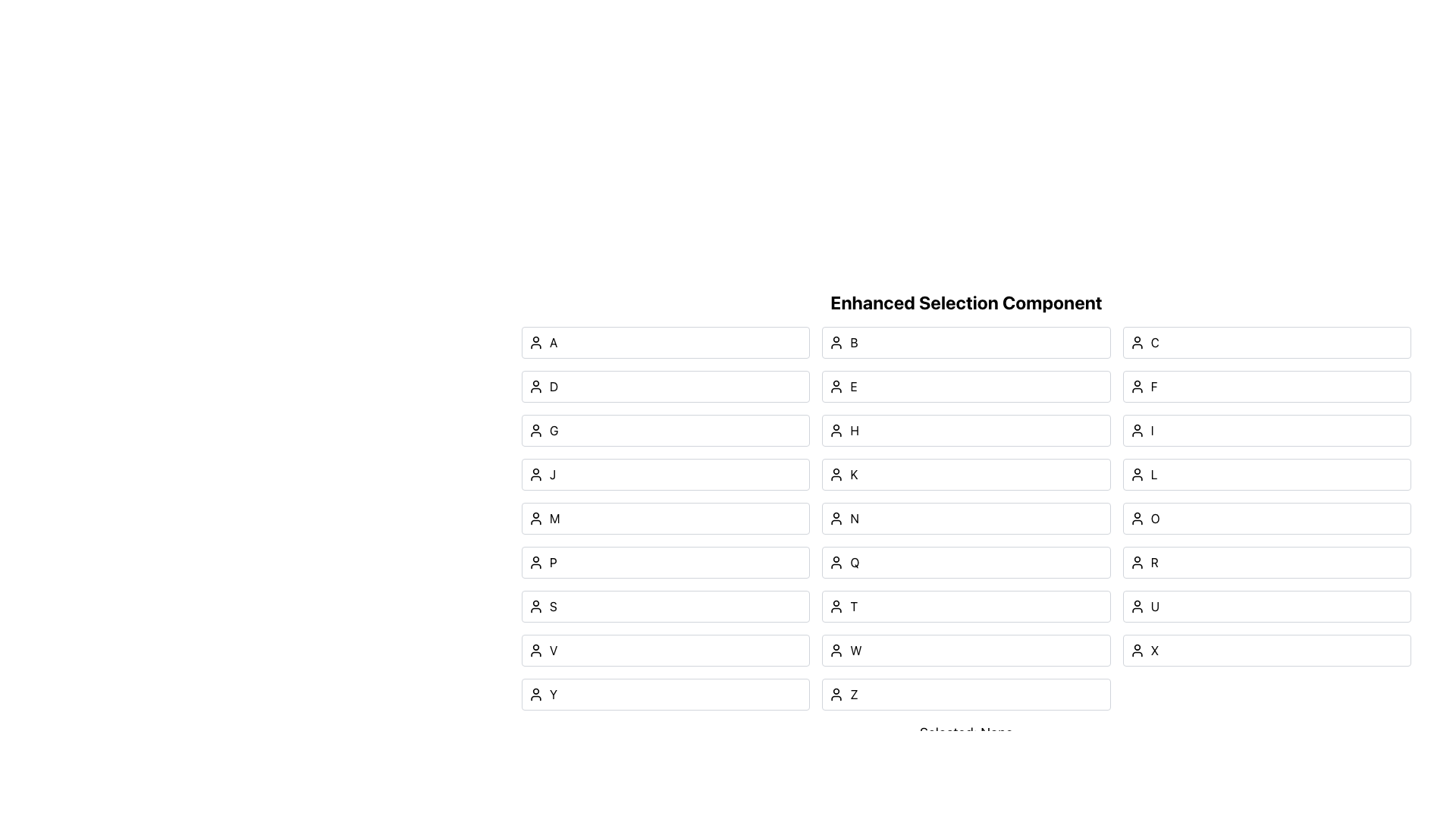  I want to click on the button labeled 'Q' in the grid layout, so click(965, 562).